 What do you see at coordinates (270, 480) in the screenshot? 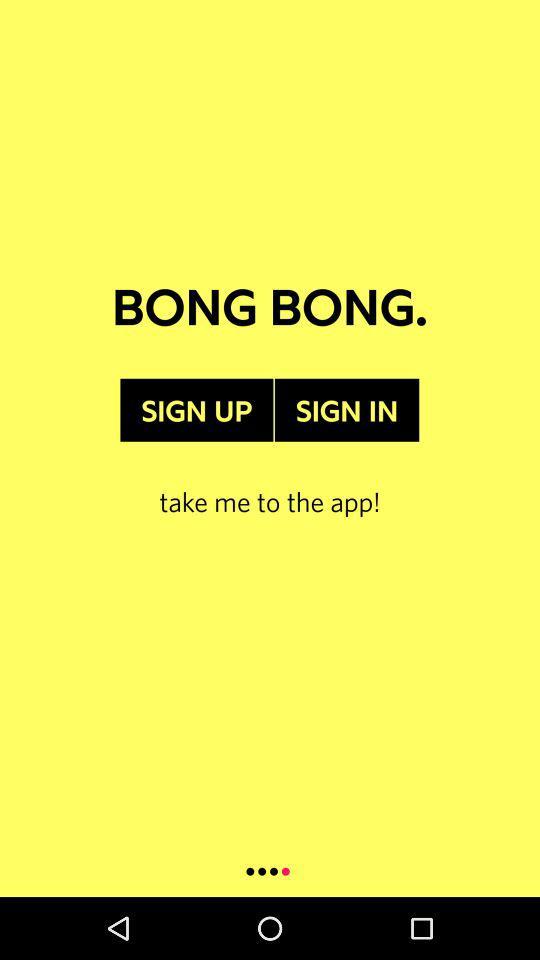
I see `item below the sign up` at bounding box center [270, 480].